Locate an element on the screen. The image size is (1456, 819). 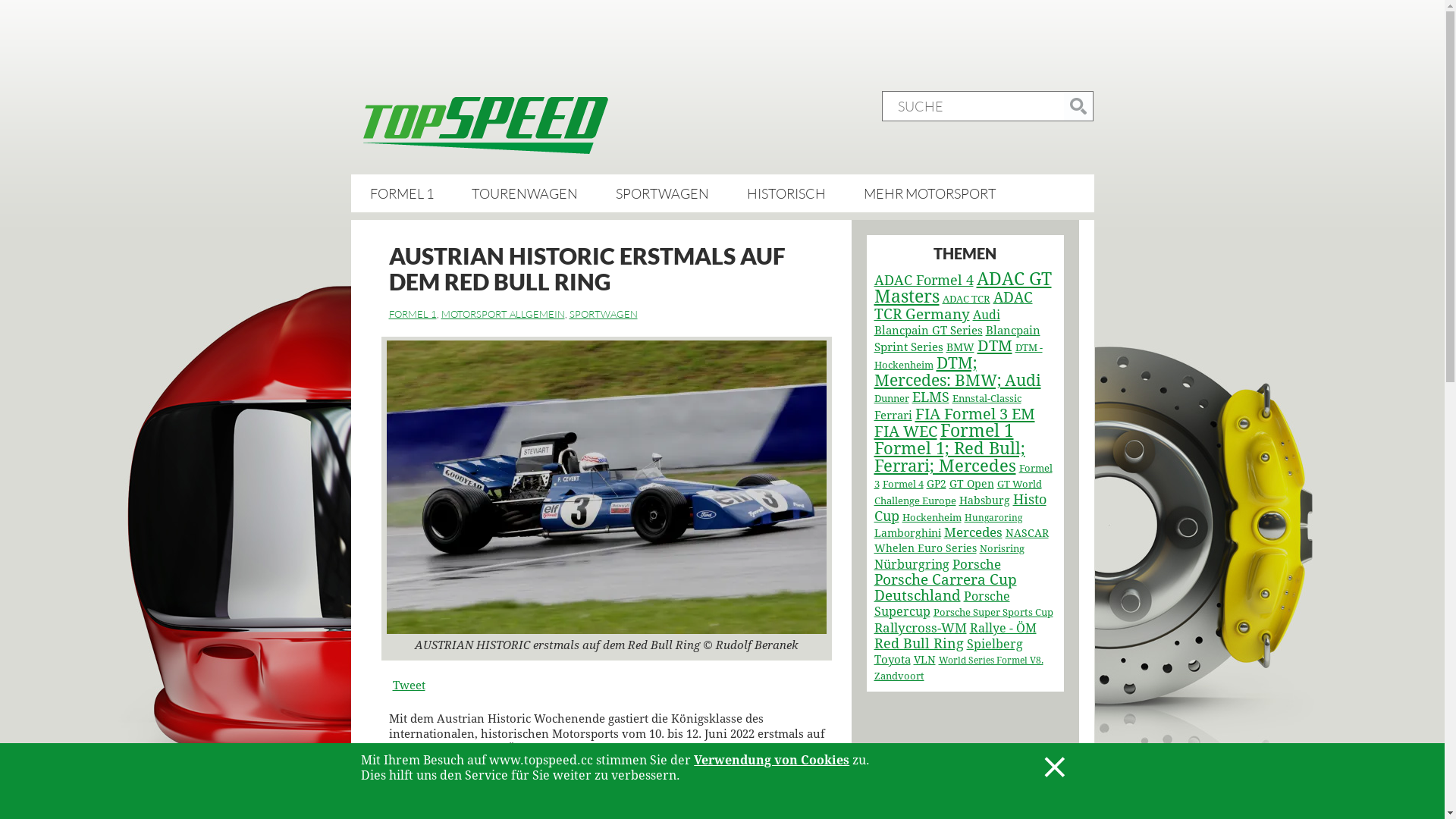
'ADAC TCR' is located at coordinates (965, 299).